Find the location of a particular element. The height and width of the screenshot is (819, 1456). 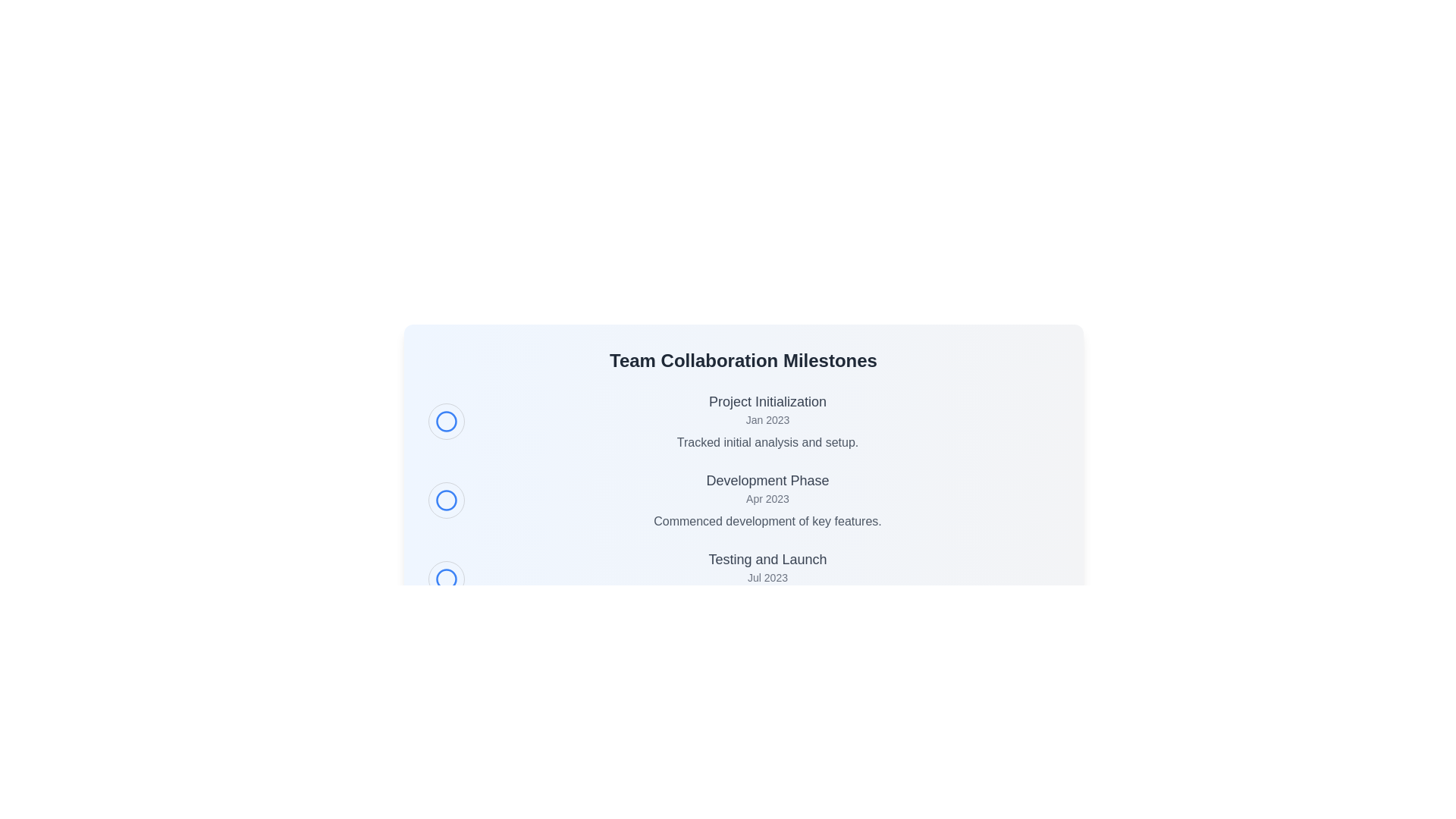

the text display that reads 'Commenced development of key features.', which is styled in a smaller font size and muted gray color, positioned below 'Development Phase' and 'Apr 2023' is located at coordinates (767, 520).